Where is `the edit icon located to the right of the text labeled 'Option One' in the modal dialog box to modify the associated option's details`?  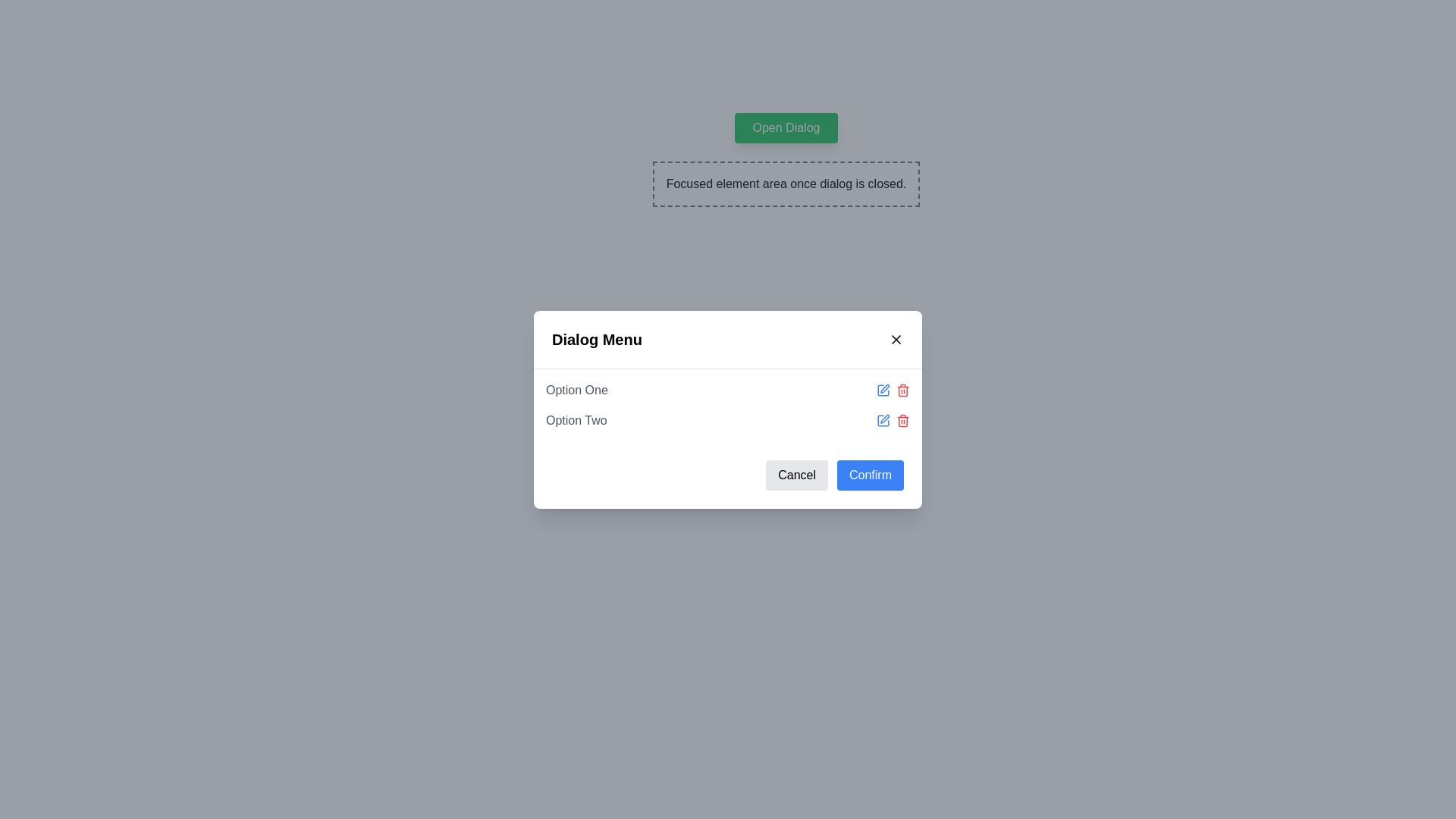
the edit icon located to the right of the text labeled 'Option One' in the modal dialog box to modify the associated option's details is located at coordinates (885, 388).